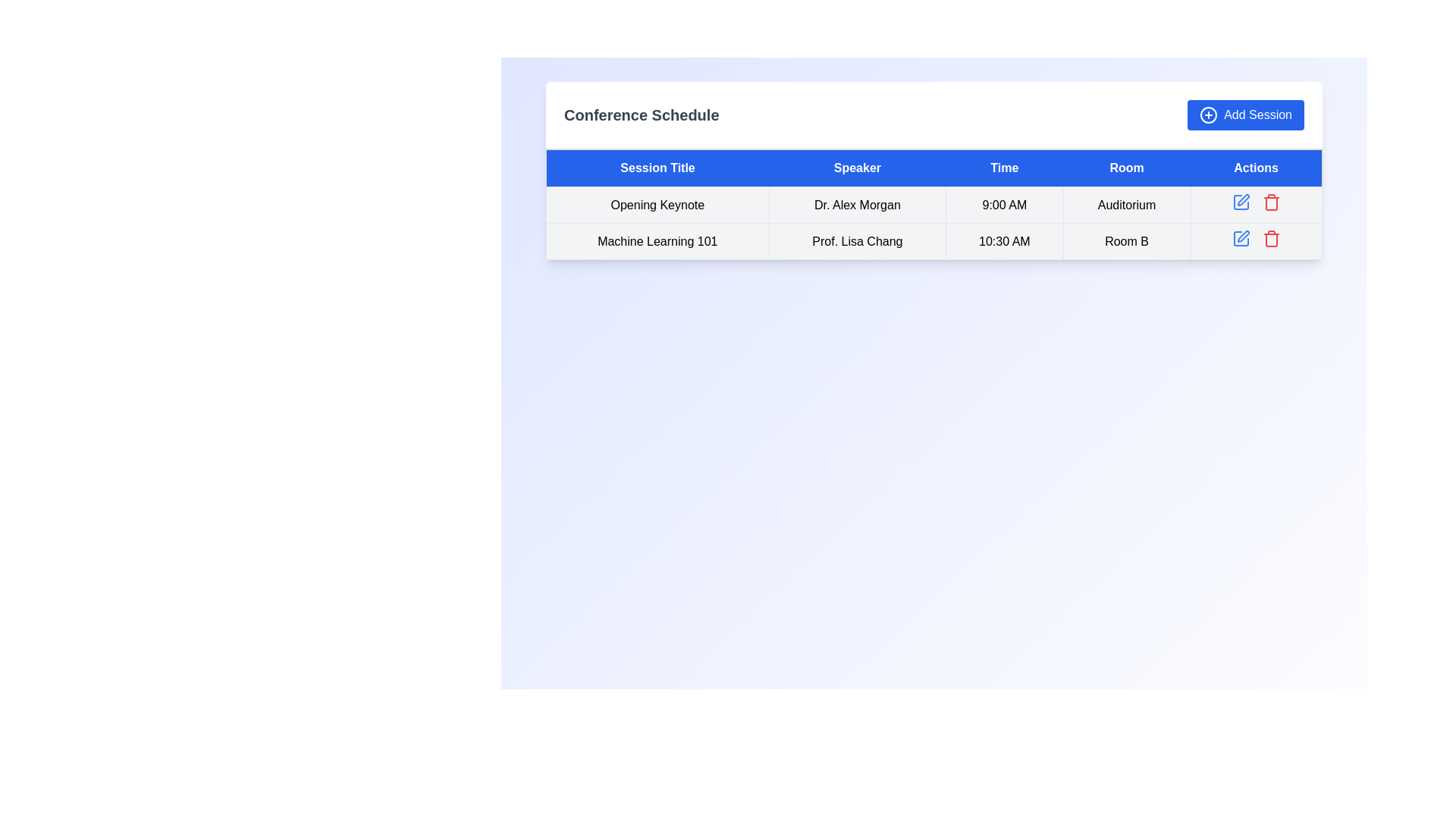 This screenshot has height=819, width=1456. Describe the element at coordinates (934, 205) in the screenshot. I see `the tabular row displaying 'Opening Keynote' by 'Dr. Alex Morgan' scheduled at '9:00 AM' in the 'Auditorium', located in the first row of the 'Conference Schedule'` at that location.